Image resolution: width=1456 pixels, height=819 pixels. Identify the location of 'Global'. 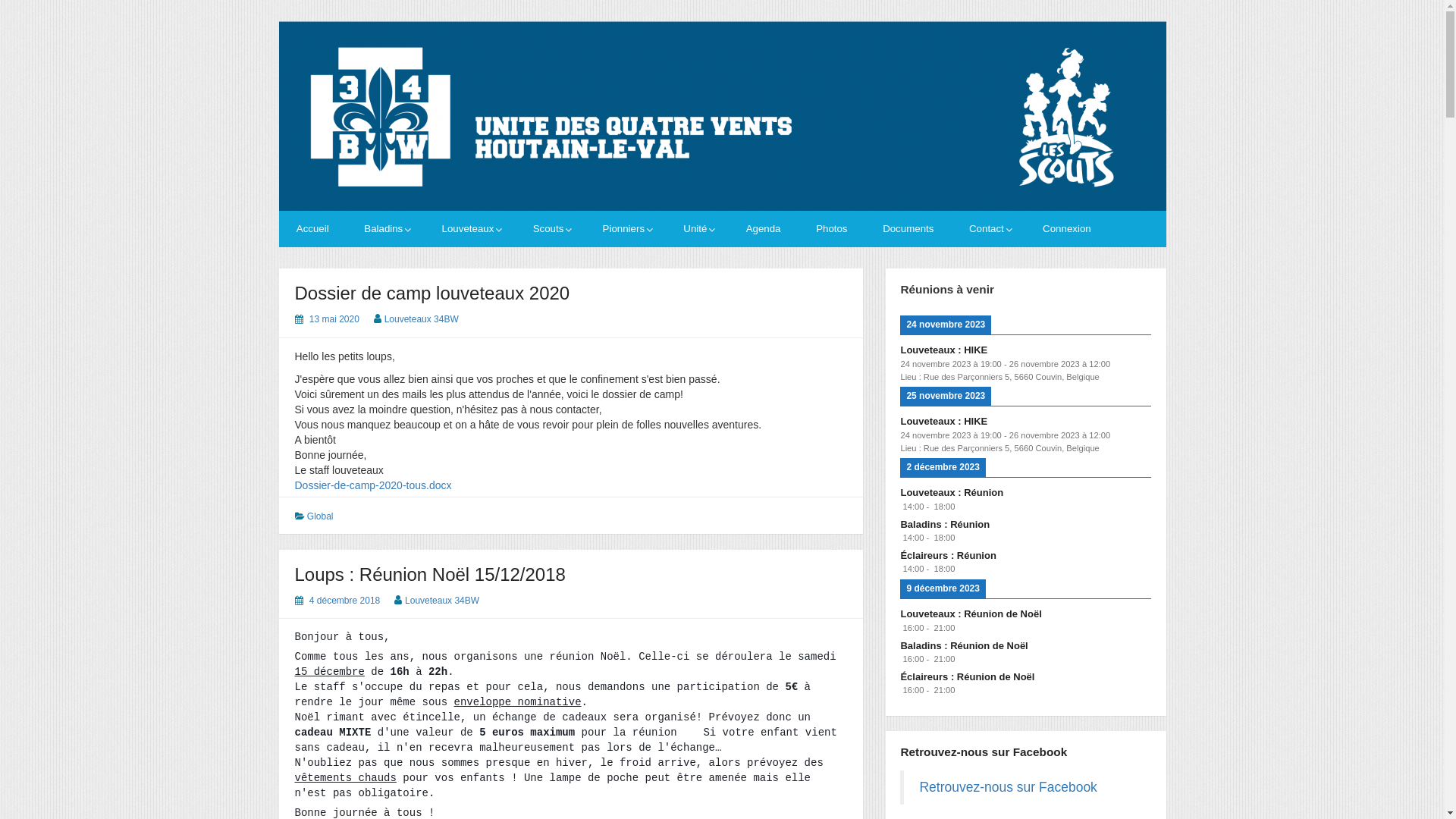
(306, 516).